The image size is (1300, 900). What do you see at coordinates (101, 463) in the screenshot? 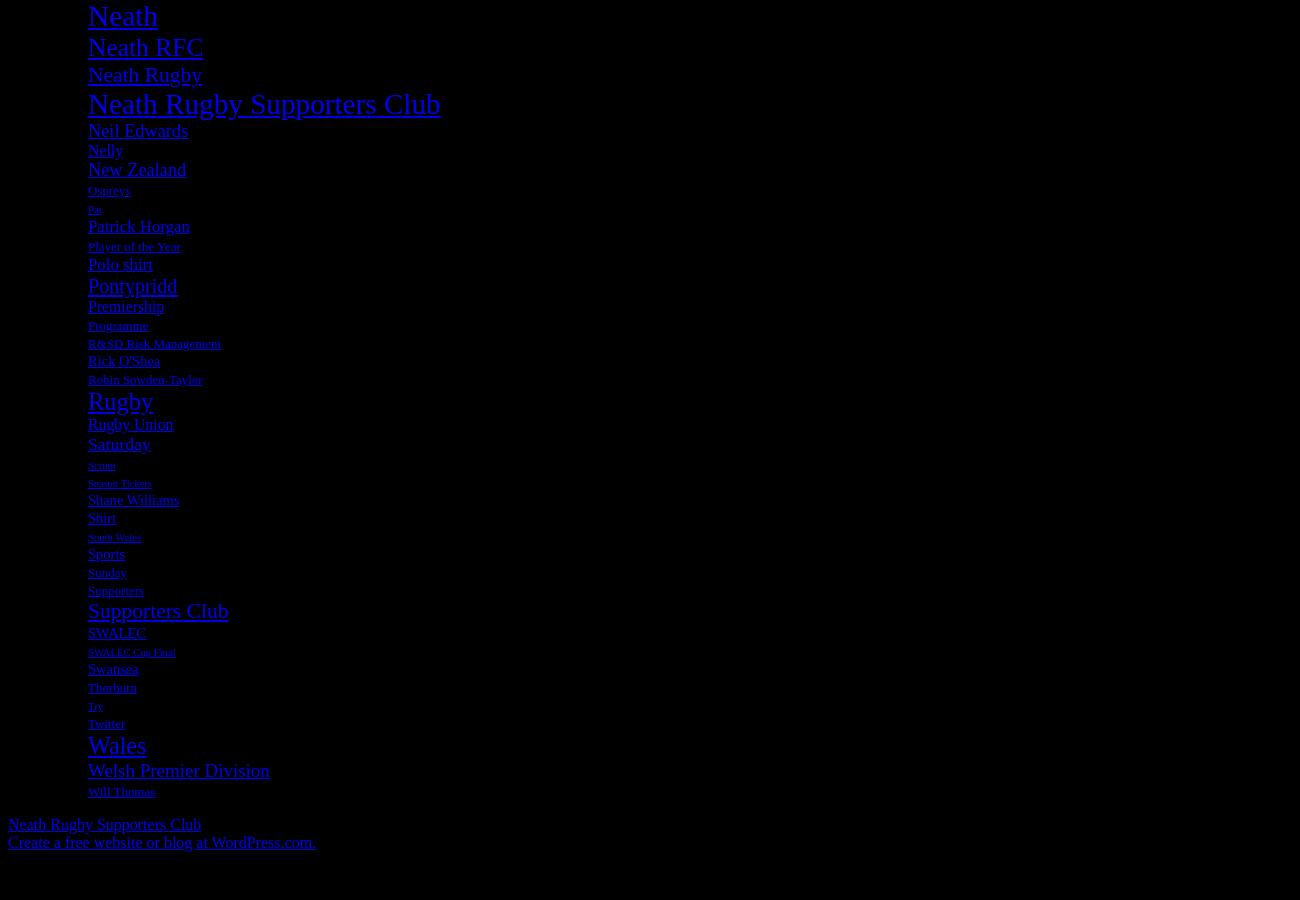
I see `'Scrum'` at bounding box center [101, 463].